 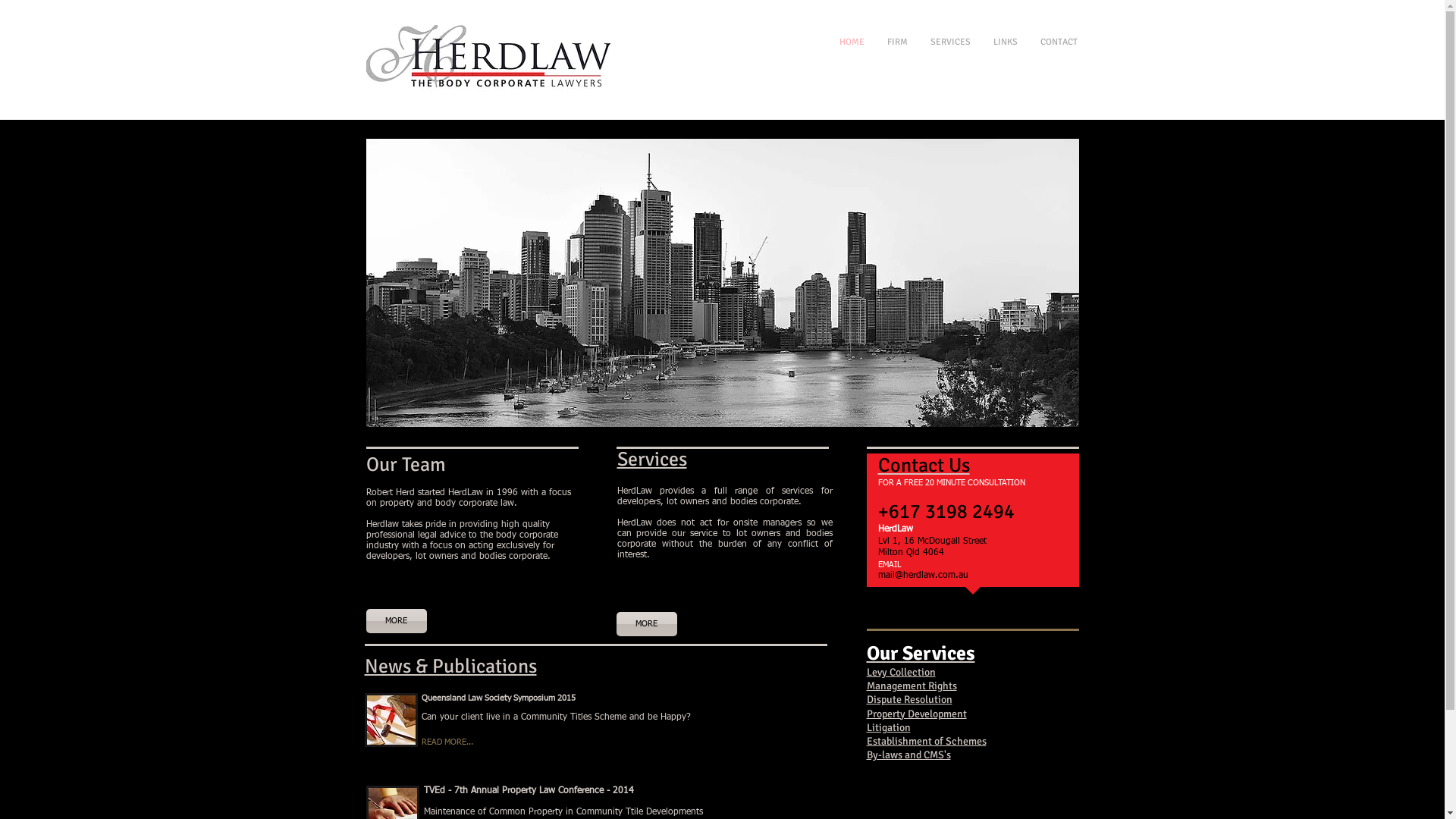 What do you see at coordinates (908, 699) in the screenshot?
I see `'Dispute Resolution'` at bounding box center [908, 699].